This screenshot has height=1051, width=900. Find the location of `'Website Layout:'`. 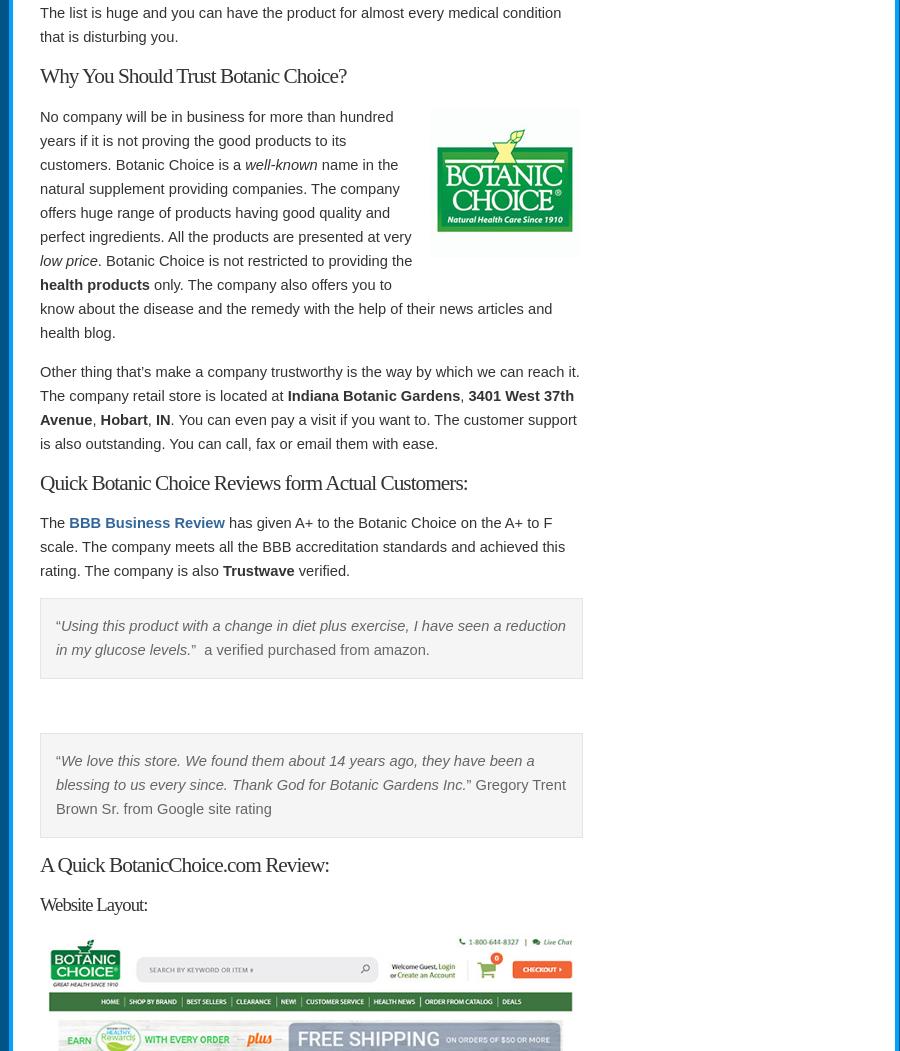

'Website Layout:' is located at coordinates (92, 903).